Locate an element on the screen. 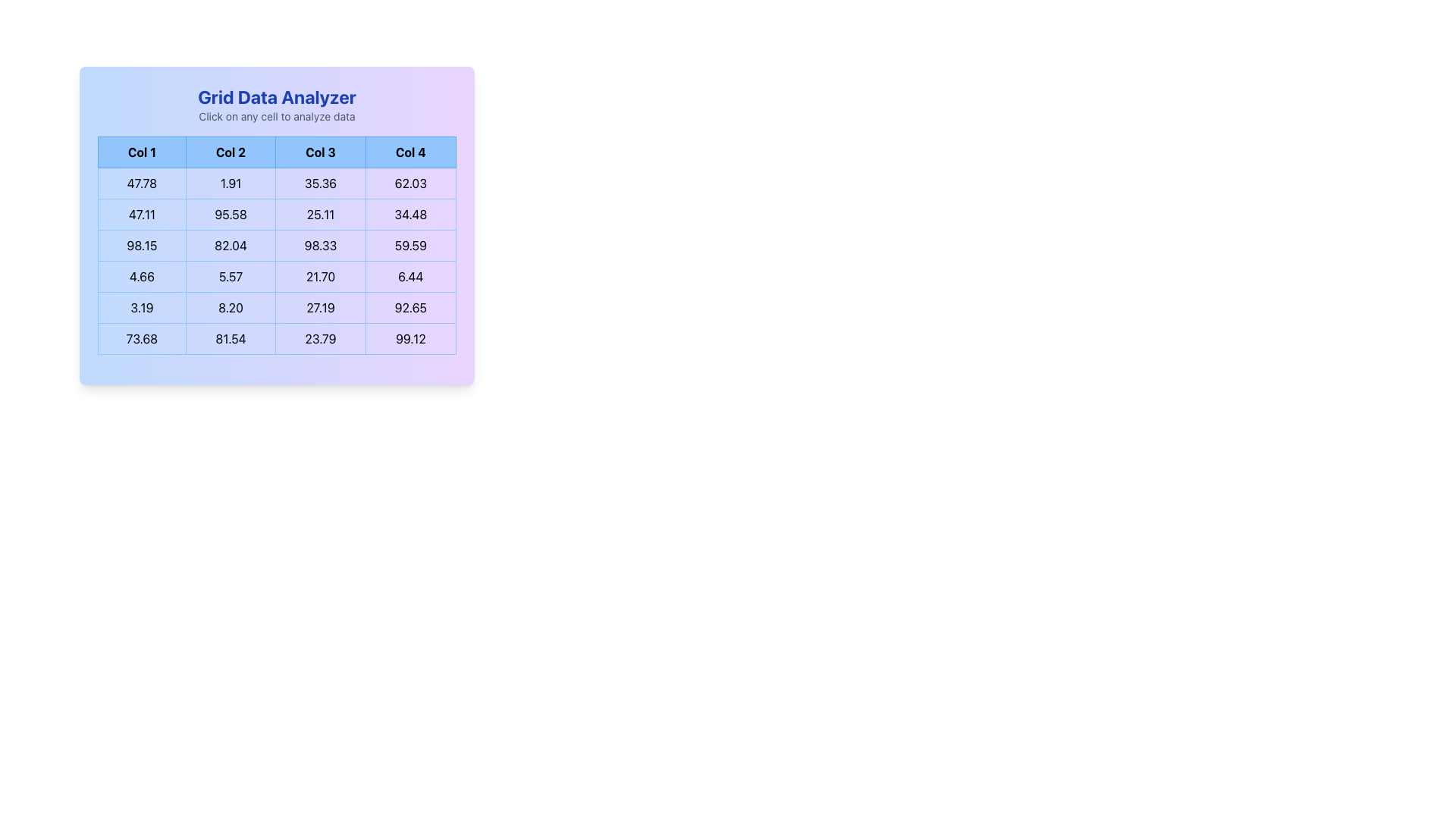 Image resolution: width=1456 pixels, height=819 pixels. the Data grid cell displaying the numeric value '6.44' located in the fourth column ('Col 4') and fourth row of the table is located at coordinates (410, 277).